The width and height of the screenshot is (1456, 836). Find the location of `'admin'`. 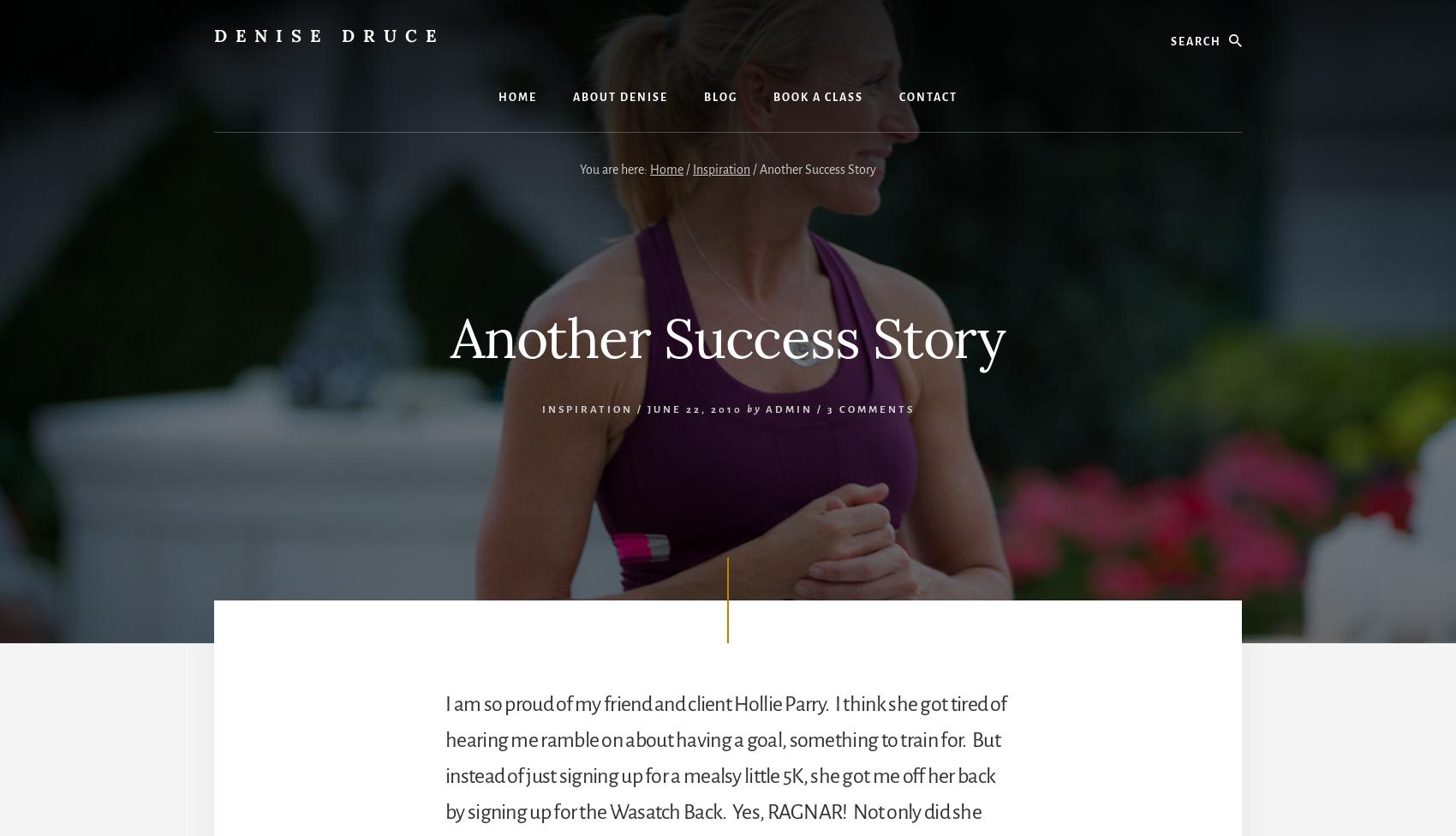

'admin' is located at coordinates (788, 408).